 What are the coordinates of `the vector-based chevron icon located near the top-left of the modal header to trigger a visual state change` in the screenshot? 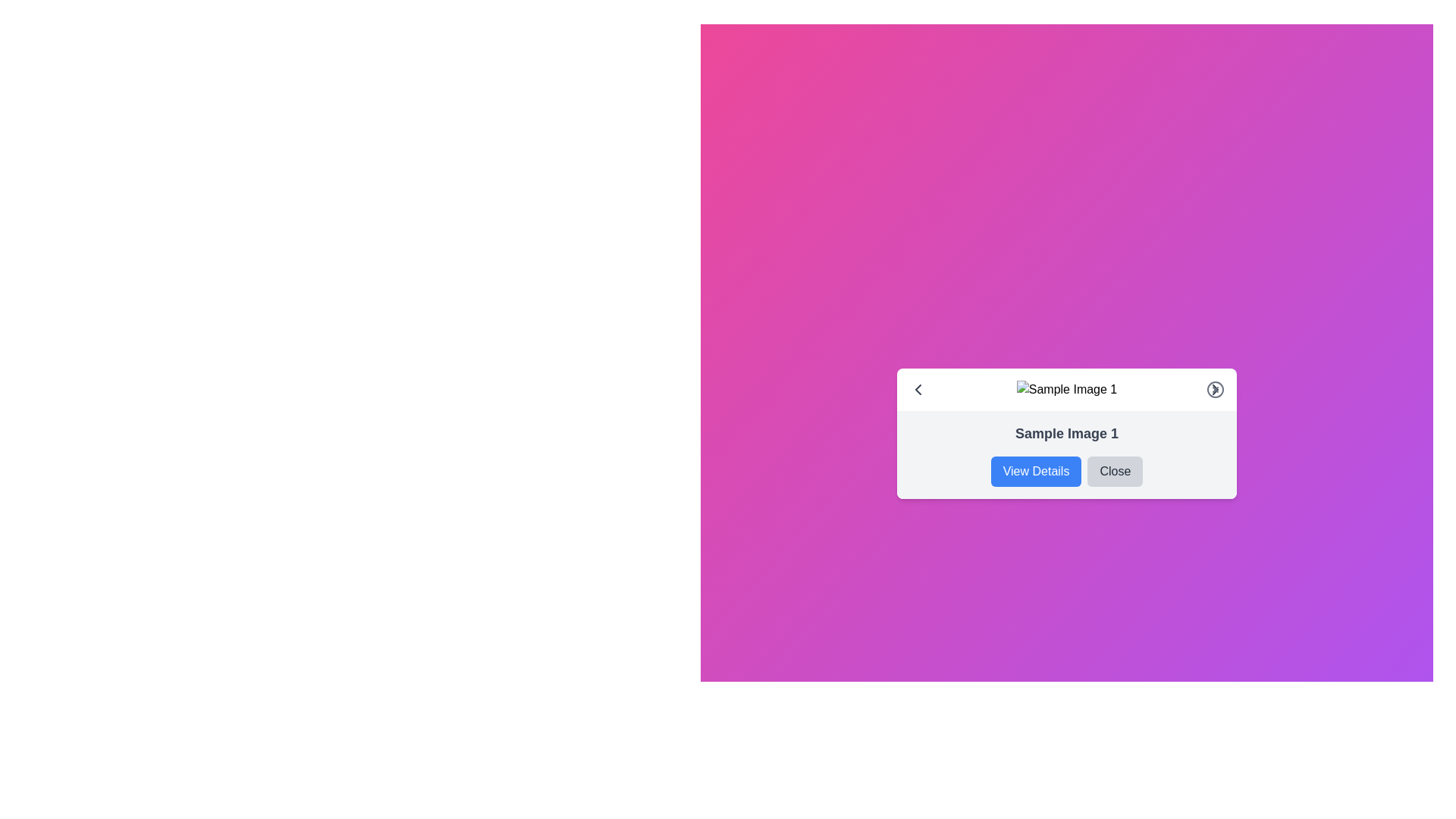 It's located at (917, 388).